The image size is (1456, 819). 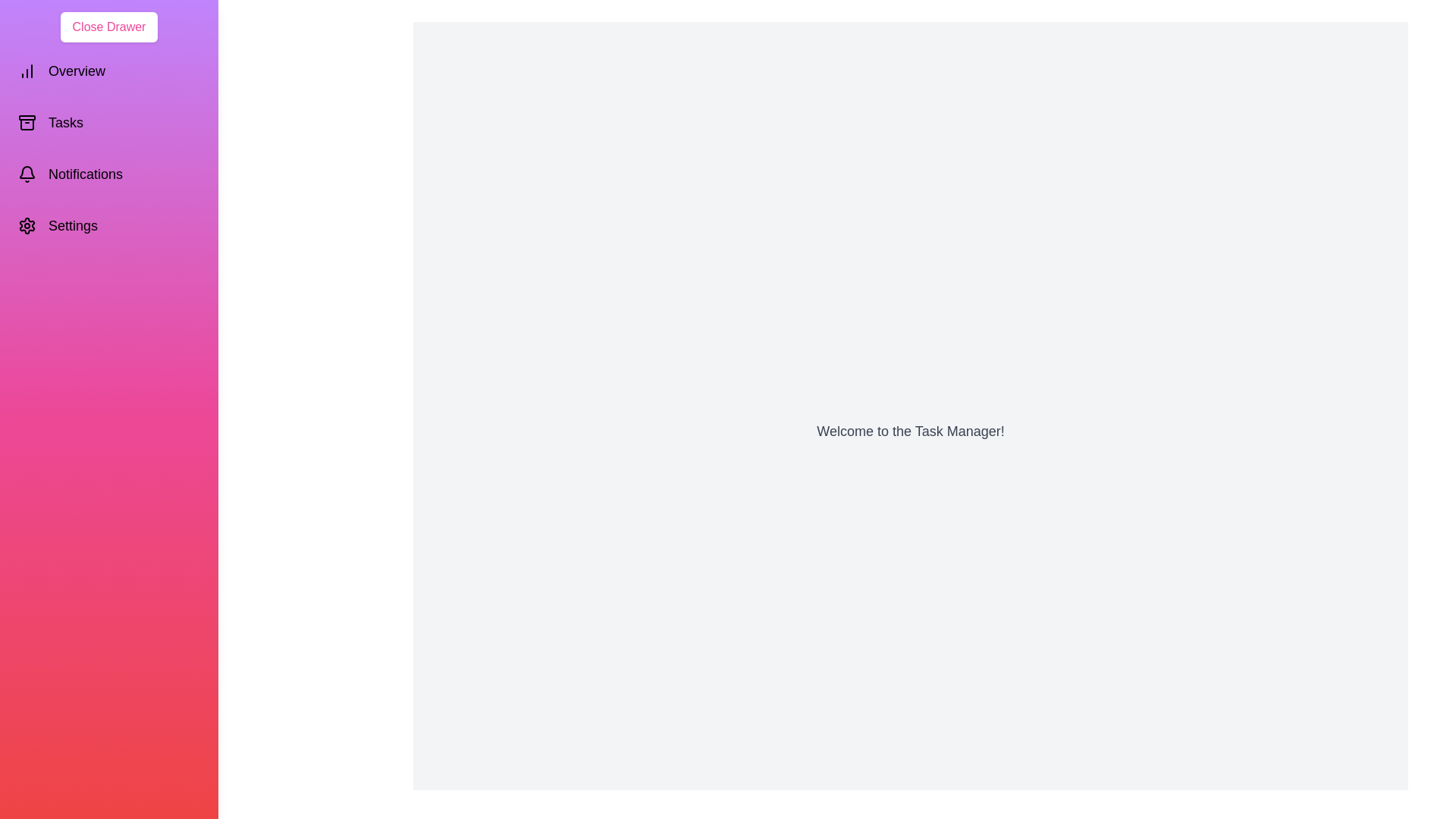 What do you see at coordinates (108, 174) in the screenshot?
I see `the 'Notifications' section in the drawer` at bounding box center [108, 174].